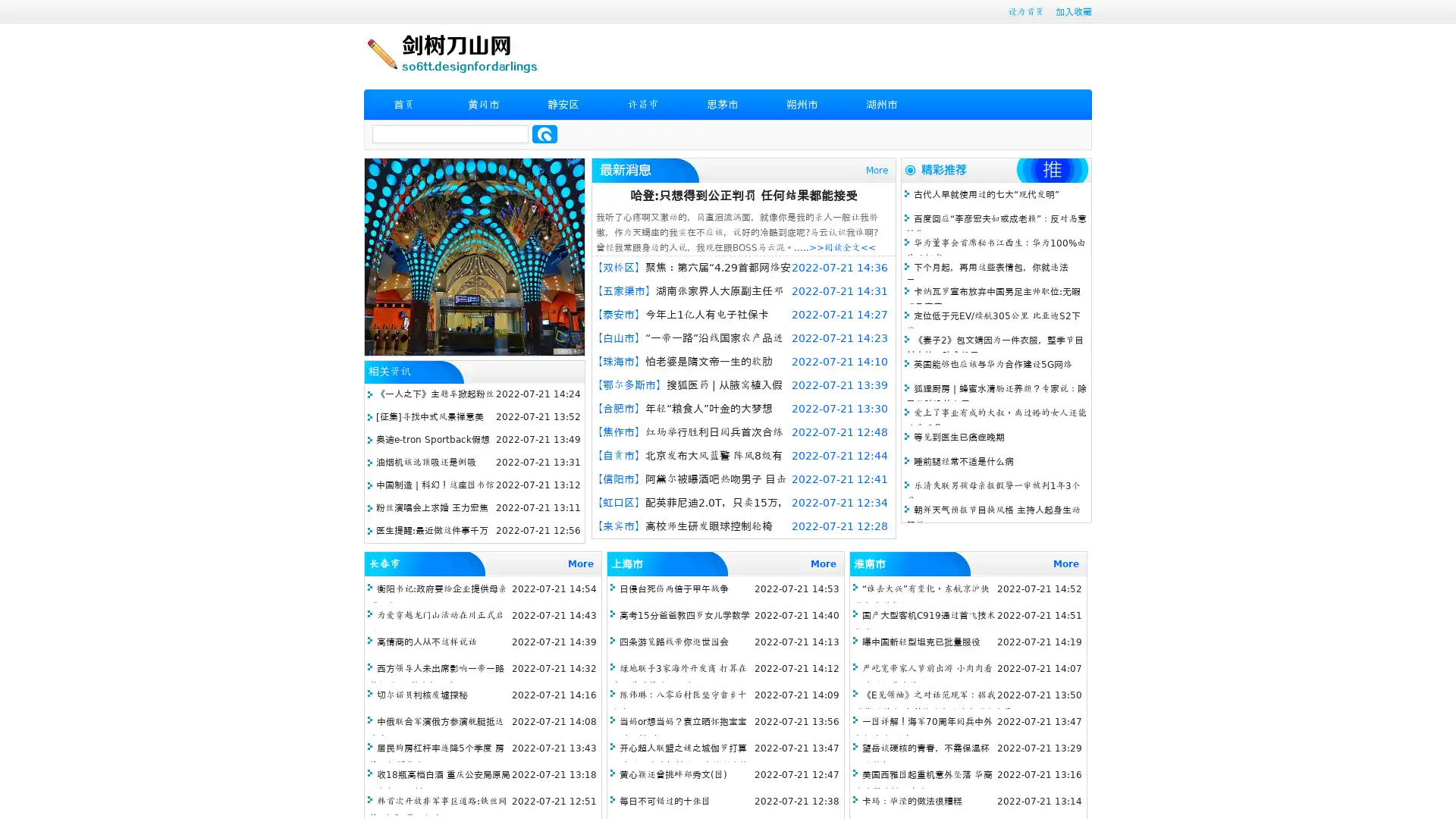 The image size is (1456, 819). Describe the element at coordinates (544, 133) in the screenshot. I see `Search` at that location.